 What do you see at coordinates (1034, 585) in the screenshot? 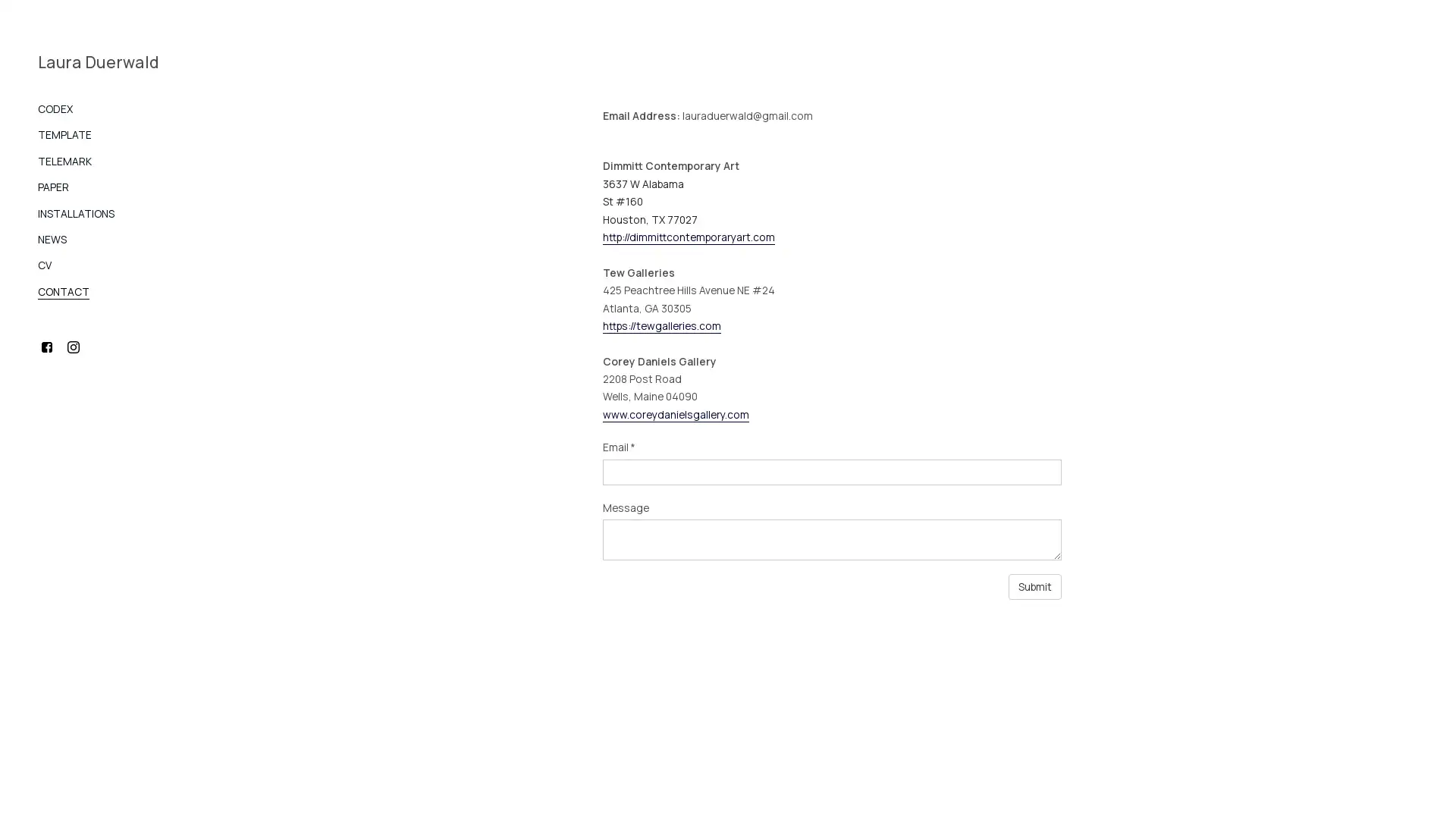
I see `Submit` at bounding box center [1034, 585].